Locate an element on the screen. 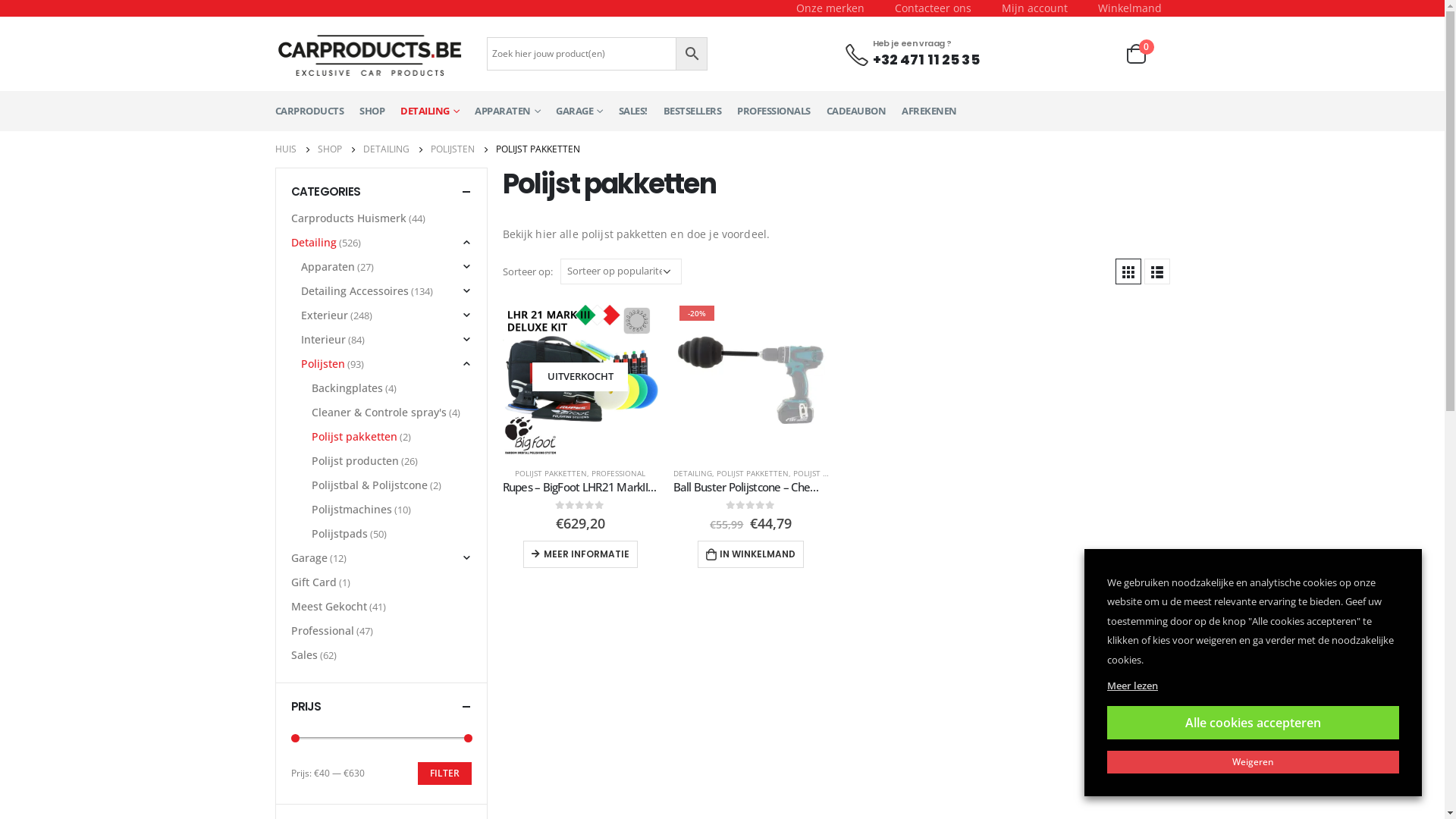  'AFREKENEN' is located at coordinates (902, 110).